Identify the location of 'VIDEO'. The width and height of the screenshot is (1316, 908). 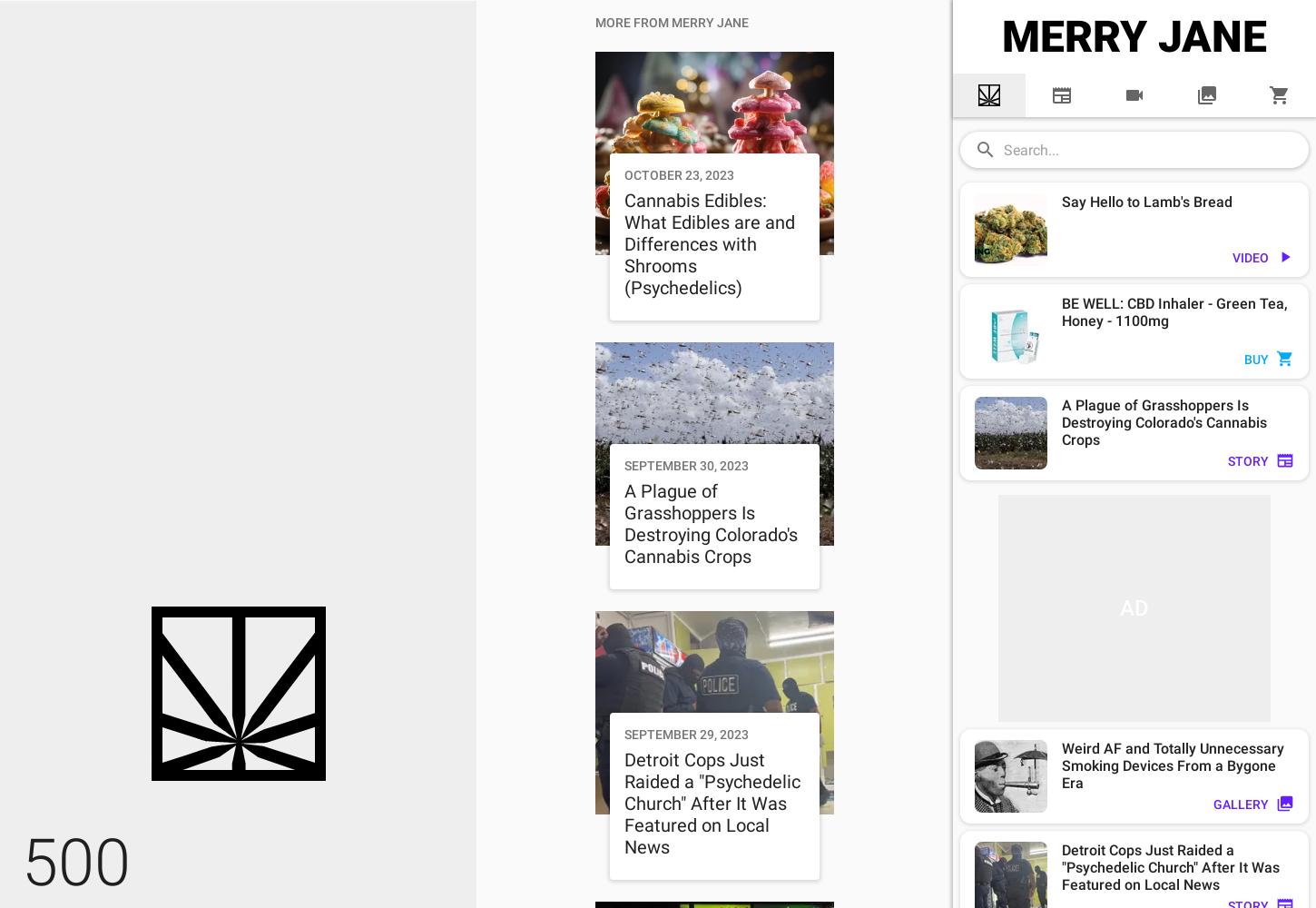
(1249, 258).